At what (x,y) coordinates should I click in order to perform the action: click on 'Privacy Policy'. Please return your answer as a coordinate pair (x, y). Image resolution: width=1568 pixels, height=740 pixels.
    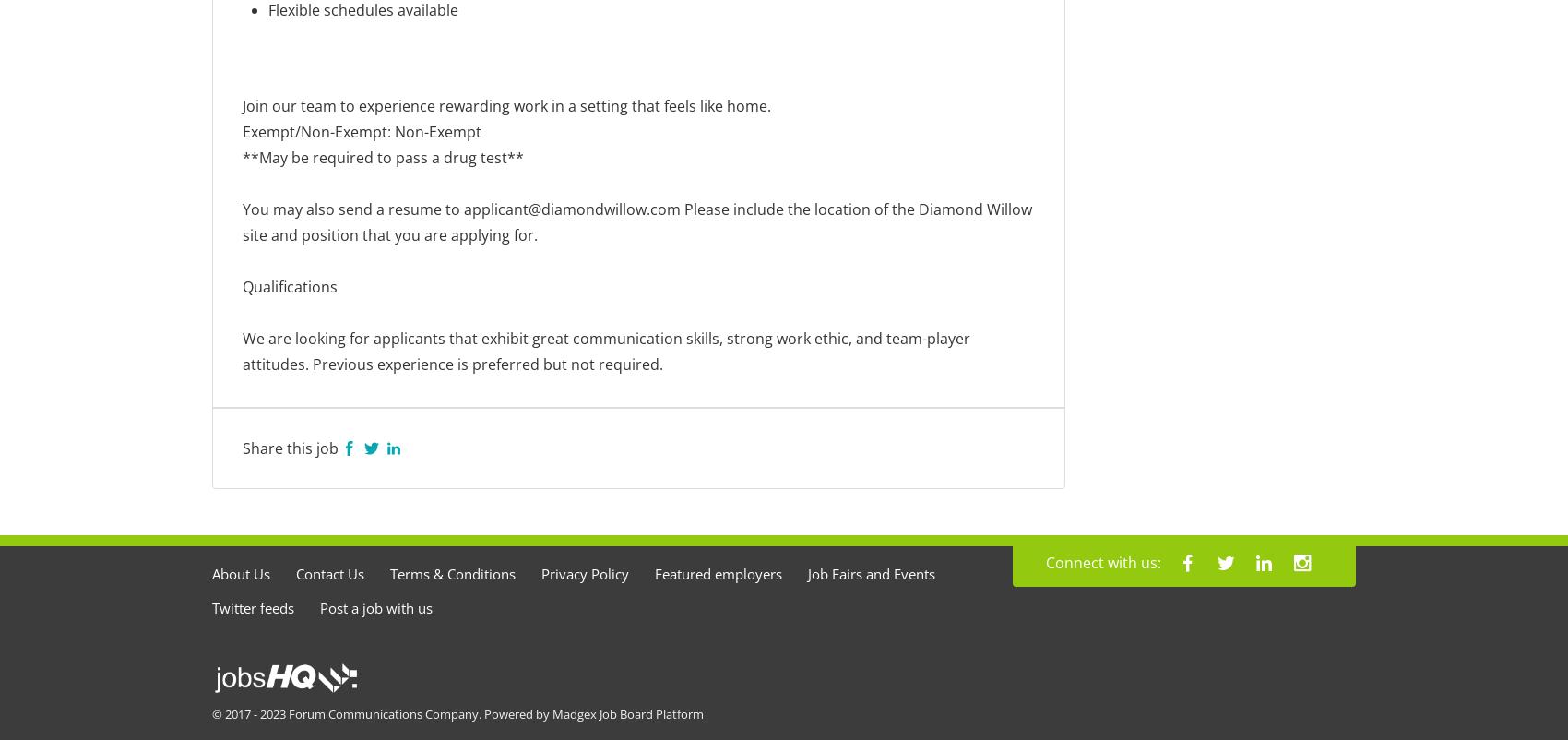
    Looking at the image, I should click on (584, 573).